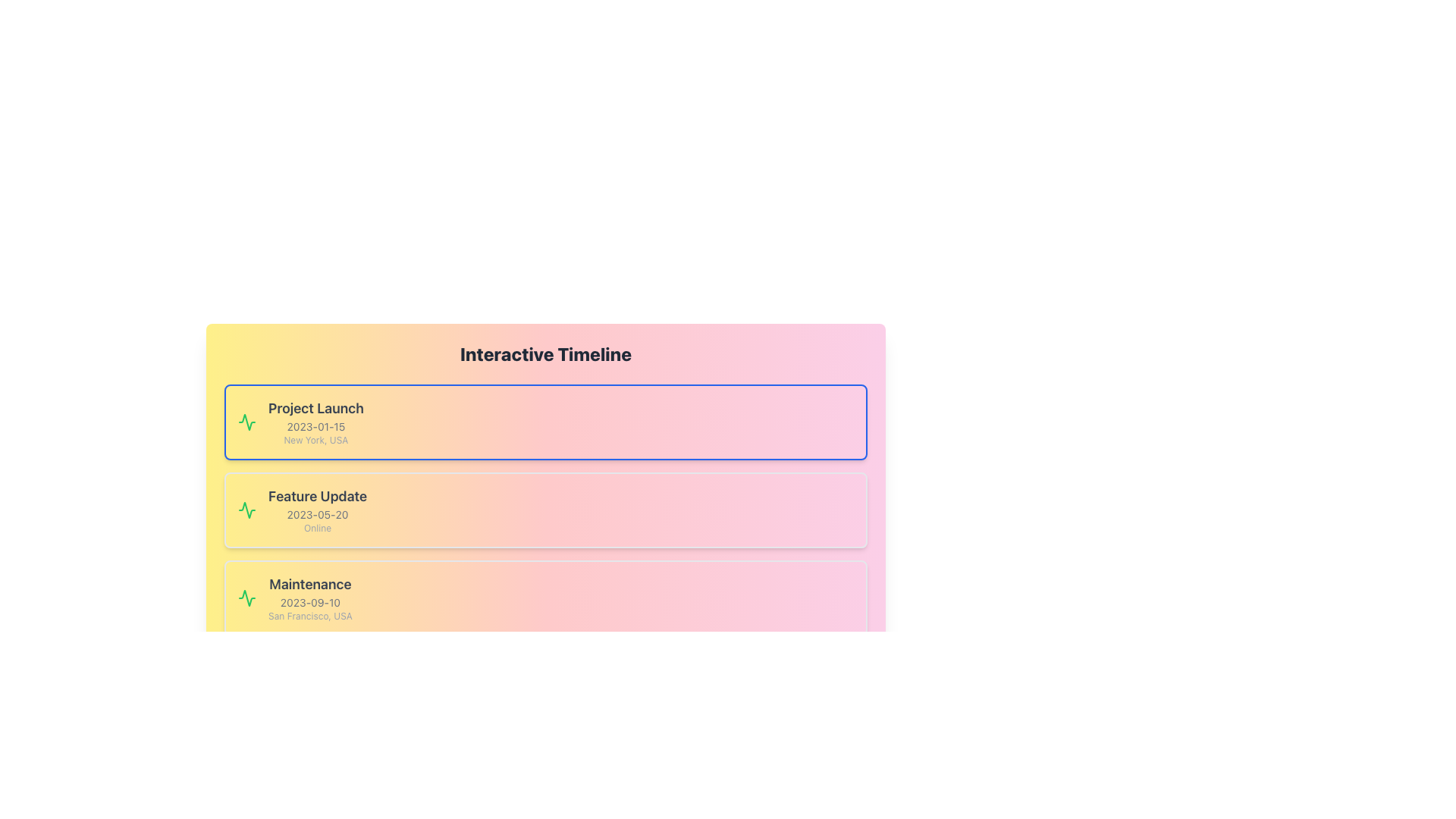 Image resolution: width=1456 pixels, height=819 pixels. What do you see at coordinates (309, 598) in the screenshot?
I see `displayed information from the Text Display Block, which is the third entry in the Interactive Timeline, located below the Feature Update entry` at bounding box center [309, 598].